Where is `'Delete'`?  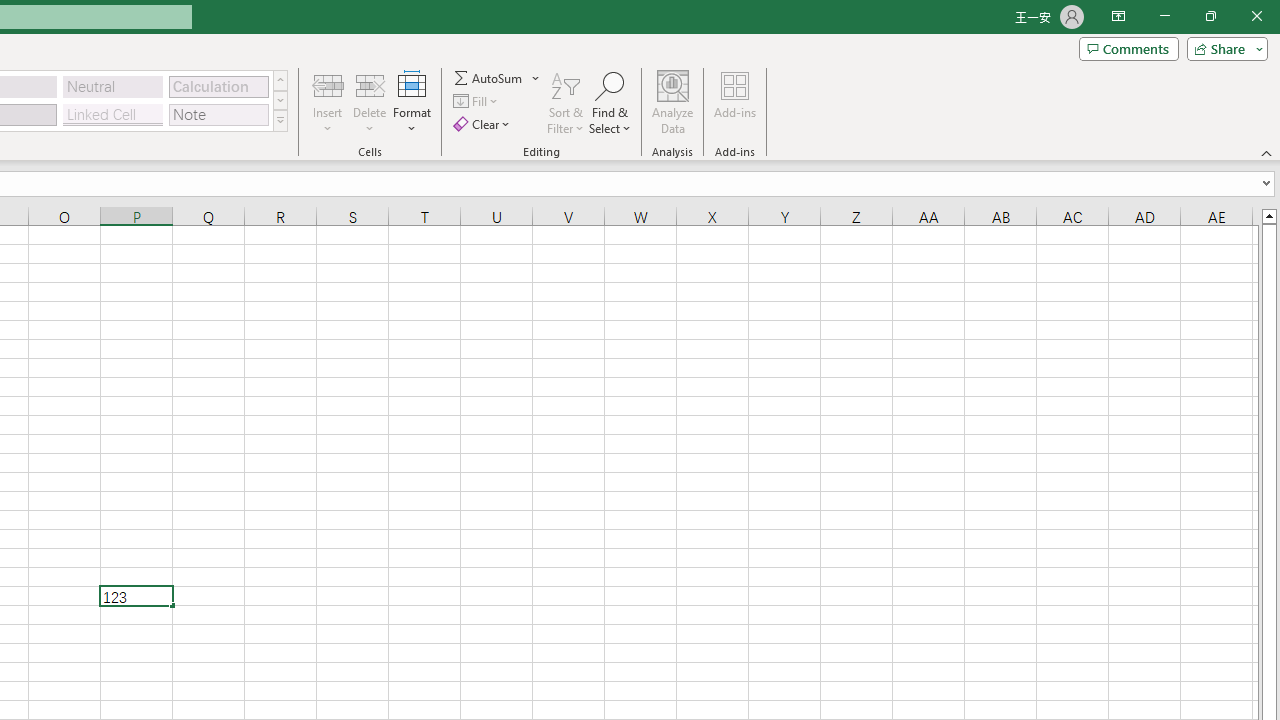 'Delete' is located at coordinates (369, 103).